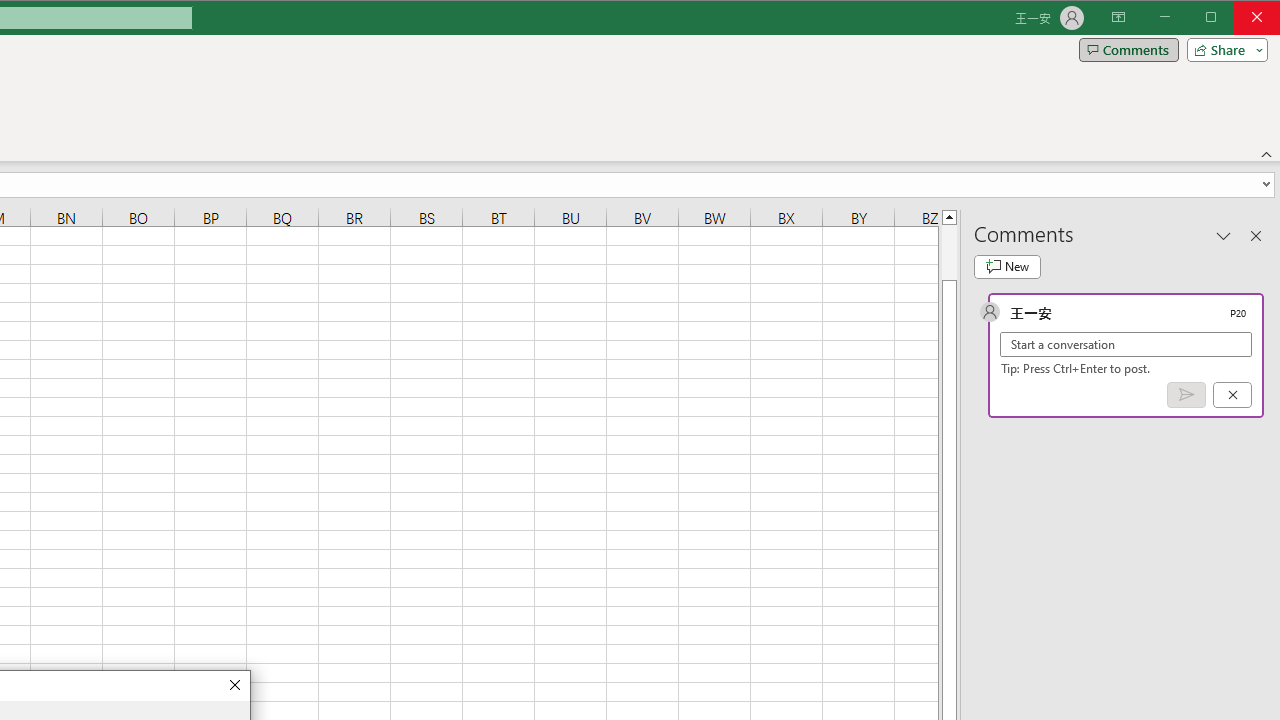 This screenshot has width=1280, height=720. I want to click on 'Ribbon Display Options', so click(1117, 18).